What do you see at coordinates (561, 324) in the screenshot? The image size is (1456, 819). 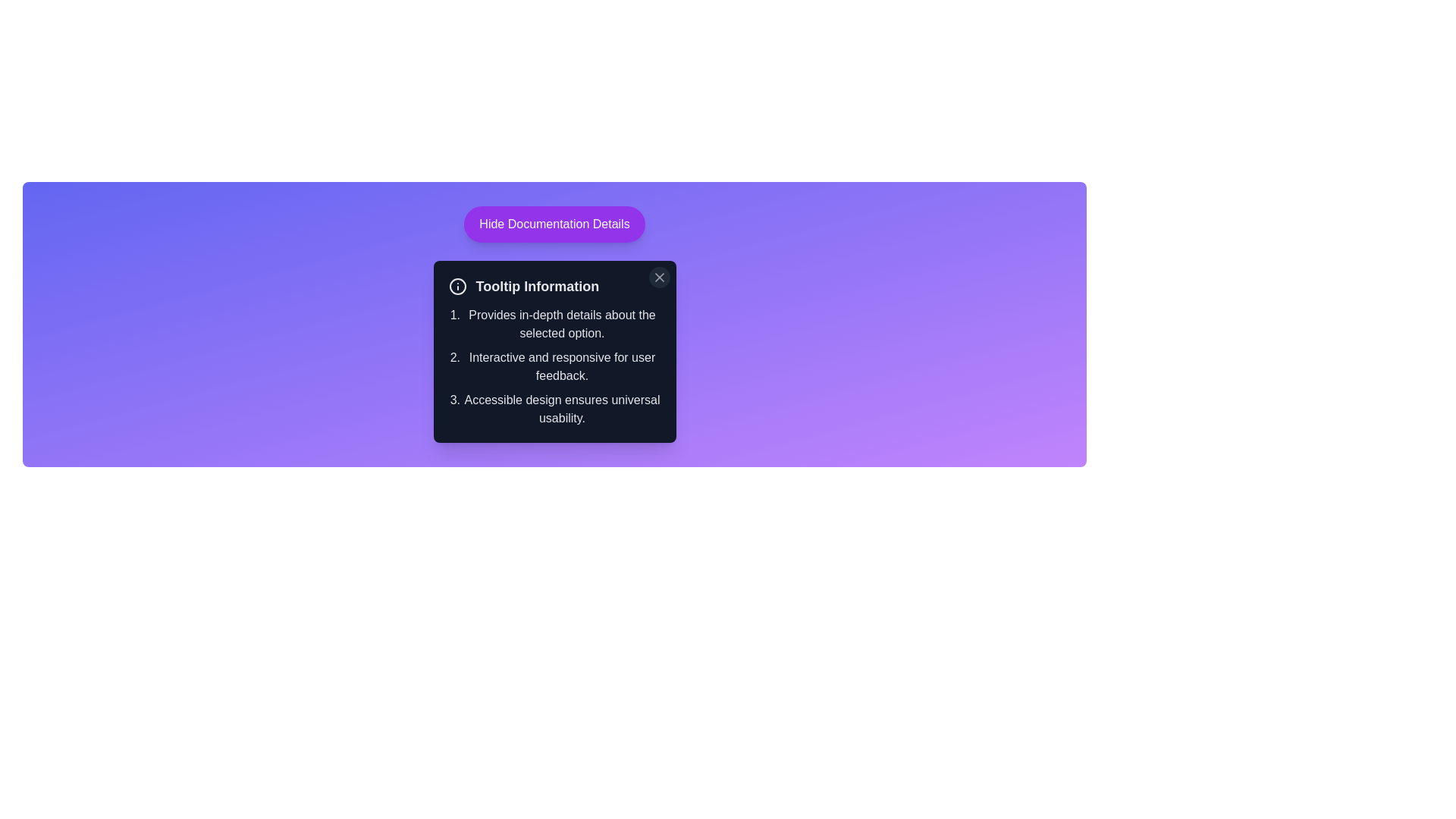 I see `the text item reading 'Provides in-depth details about the selected option.' which is the first item in a vertical numbered list within a dark-background tooltip` at bounding box center [561, 324].